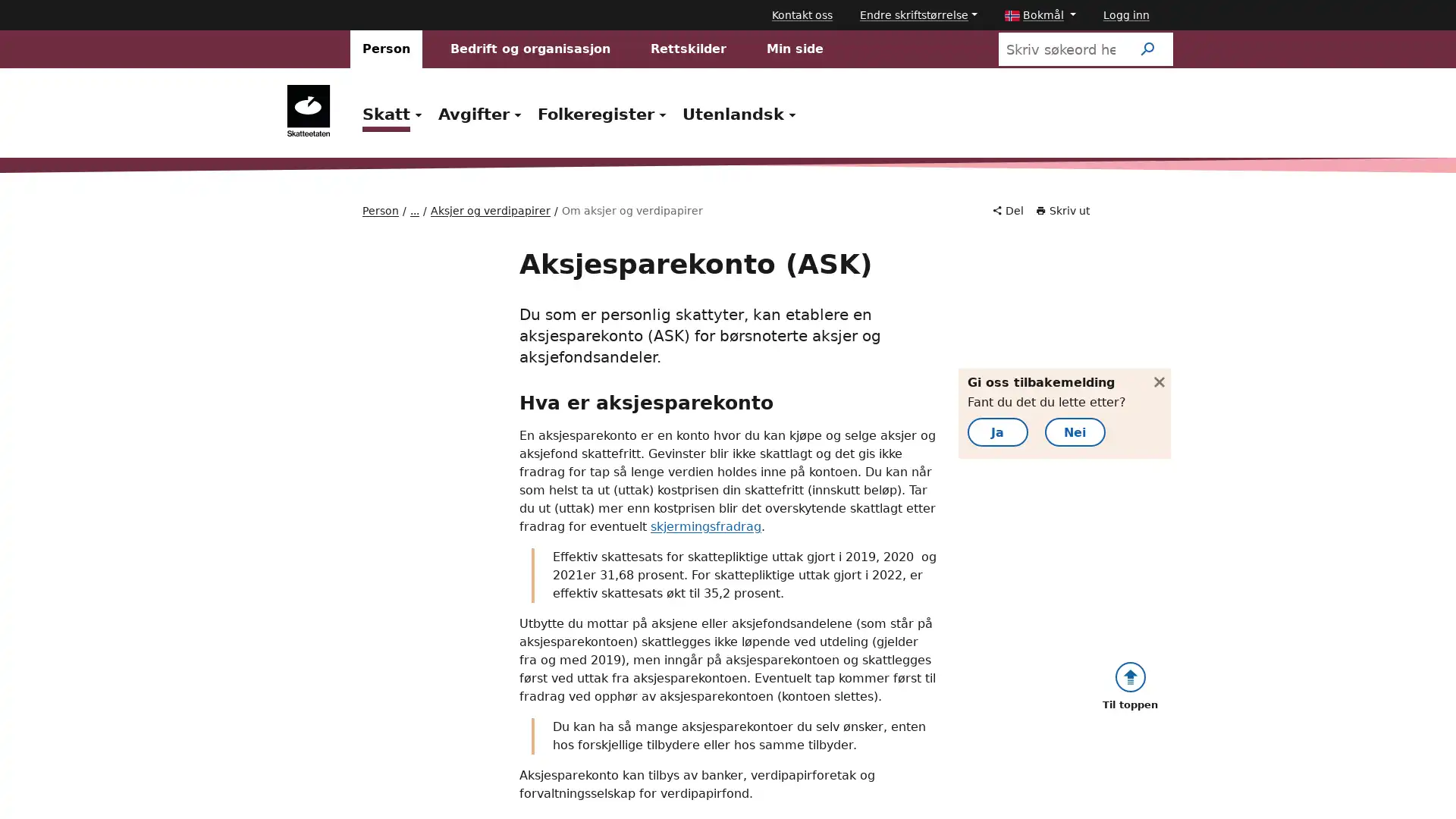  I want to click on Nei, so click(1099, 446).